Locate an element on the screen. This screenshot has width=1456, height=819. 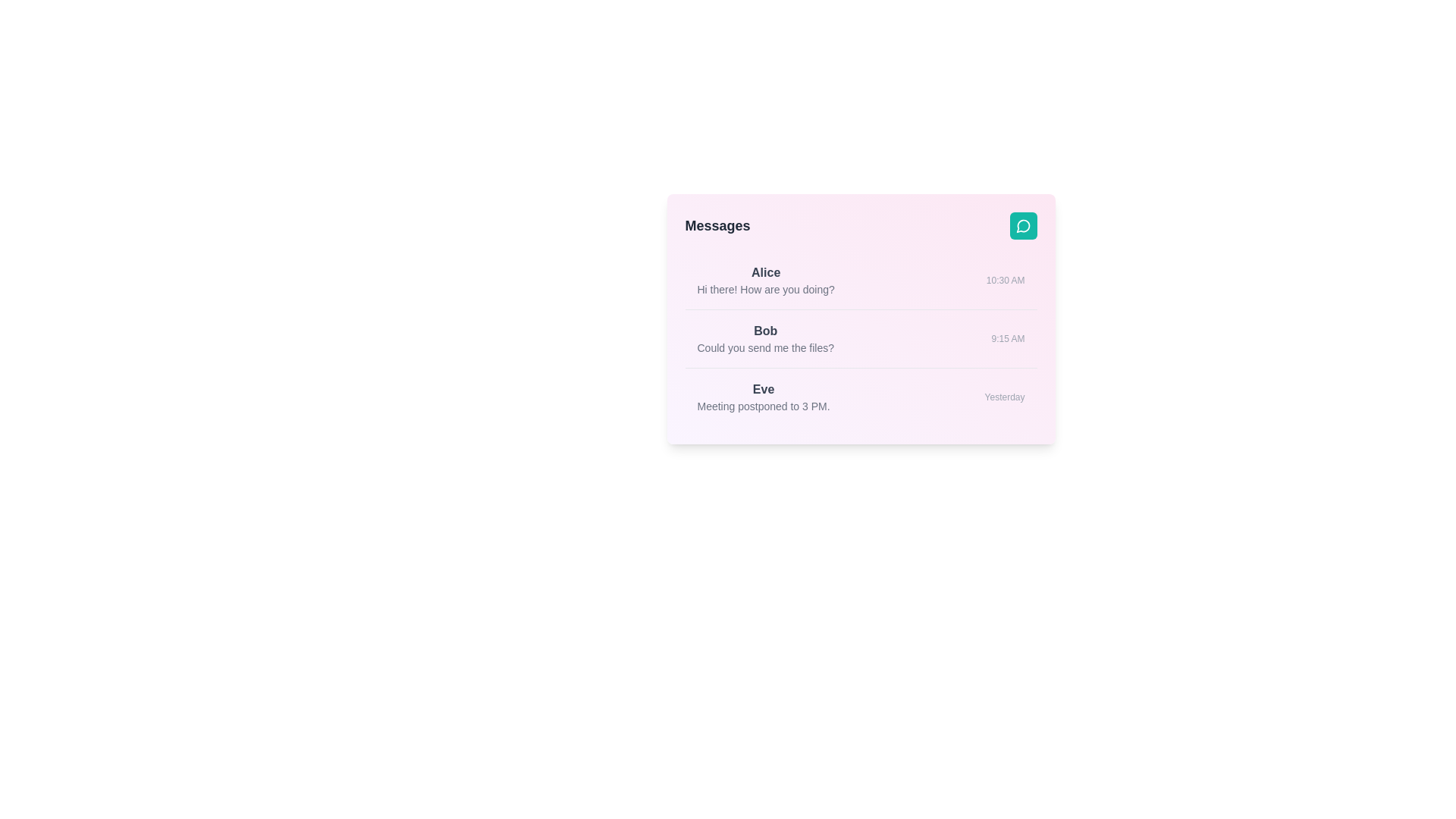
the conversation item corresponding to Alice is located at coordinates (861, 281).